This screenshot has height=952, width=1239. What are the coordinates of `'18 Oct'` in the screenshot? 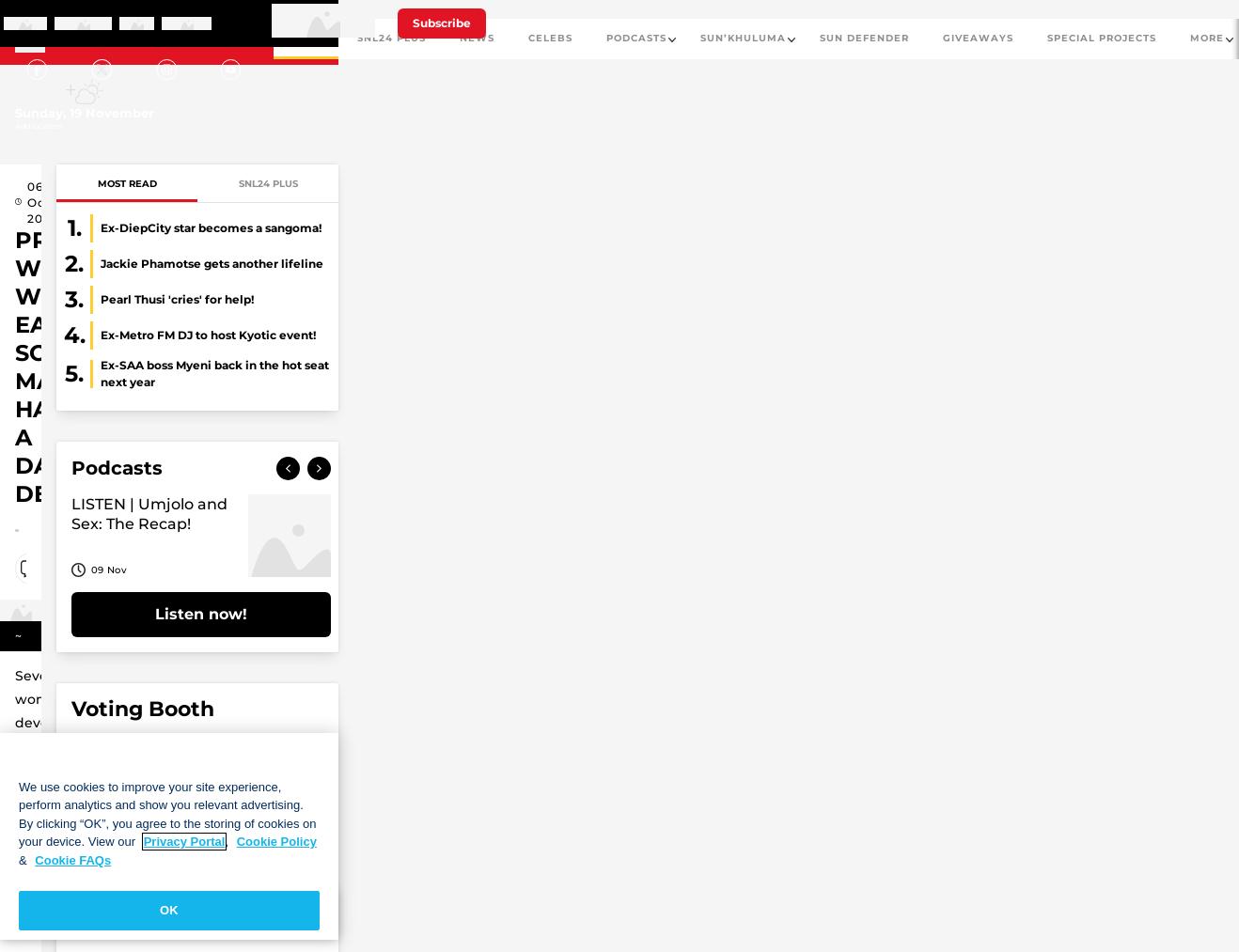 It's located at (1128, 569).